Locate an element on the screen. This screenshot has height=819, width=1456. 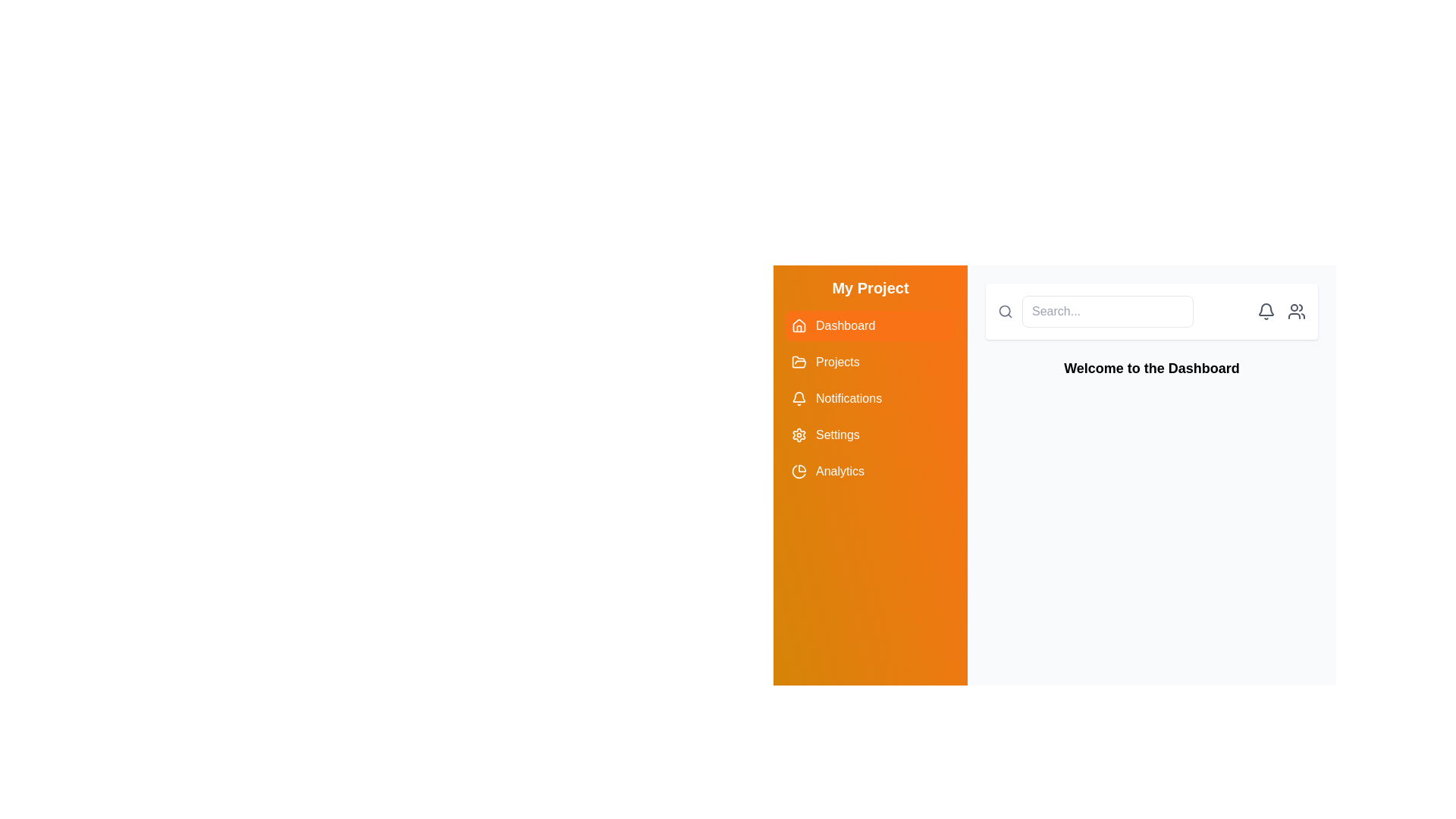
the cogwheel icon in the vertical navigation menu is located at coordinates (799, 435).